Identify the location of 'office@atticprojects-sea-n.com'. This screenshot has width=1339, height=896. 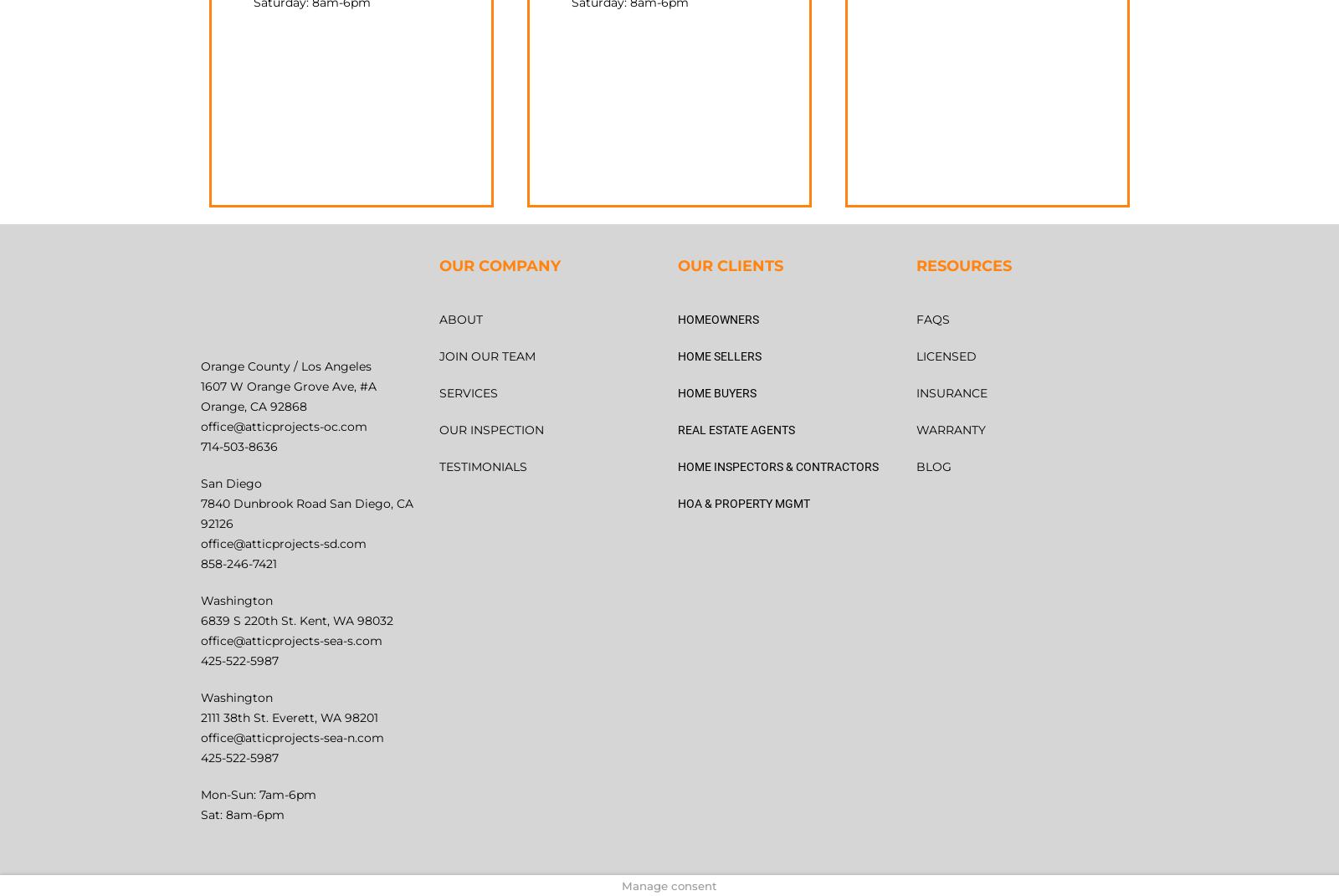
(292, 737).